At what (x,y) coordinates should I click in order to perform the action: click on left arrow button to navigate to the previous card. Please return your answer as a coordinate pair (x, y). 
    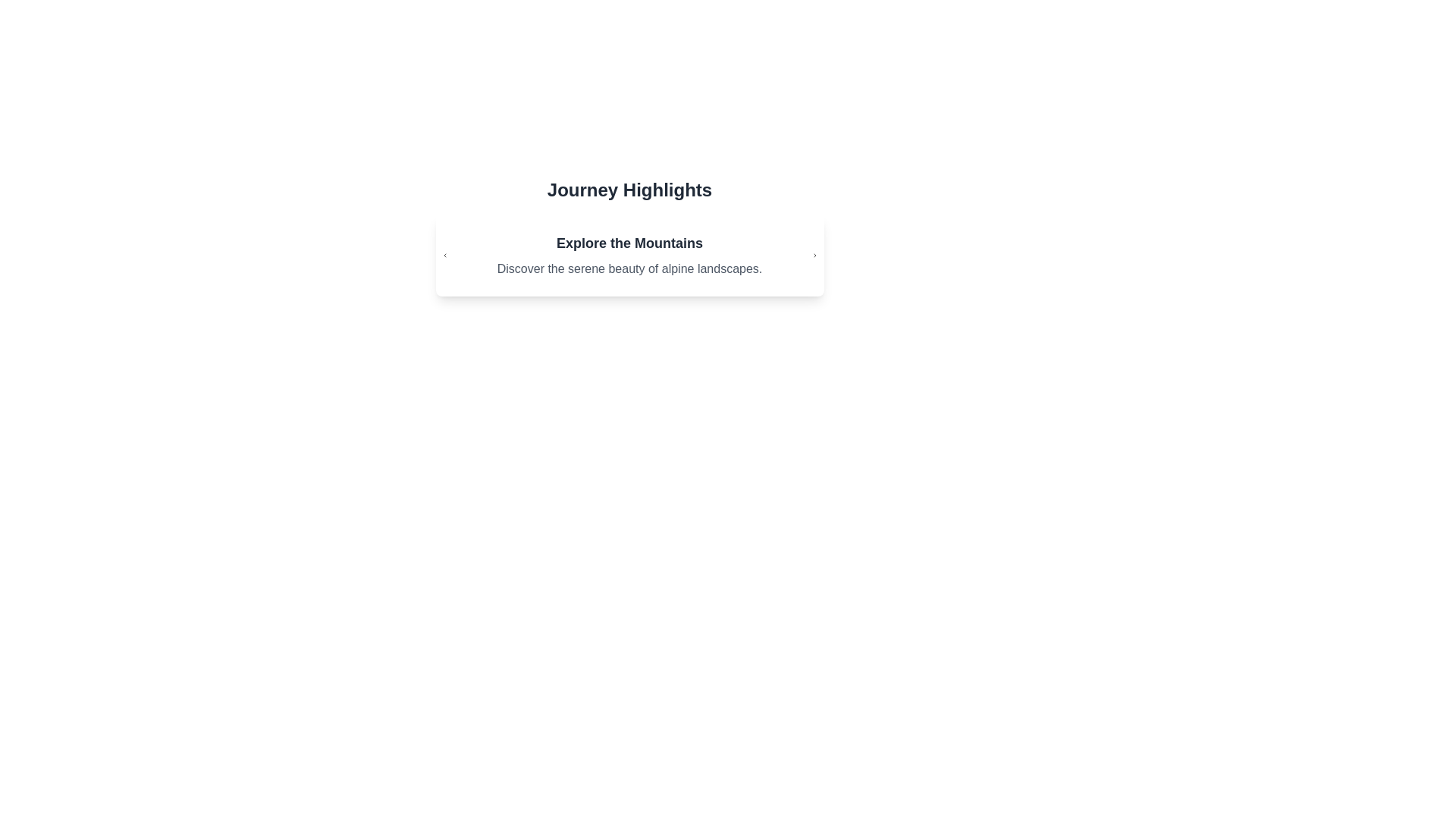
    Looking at the image, I should click on (444, 254).